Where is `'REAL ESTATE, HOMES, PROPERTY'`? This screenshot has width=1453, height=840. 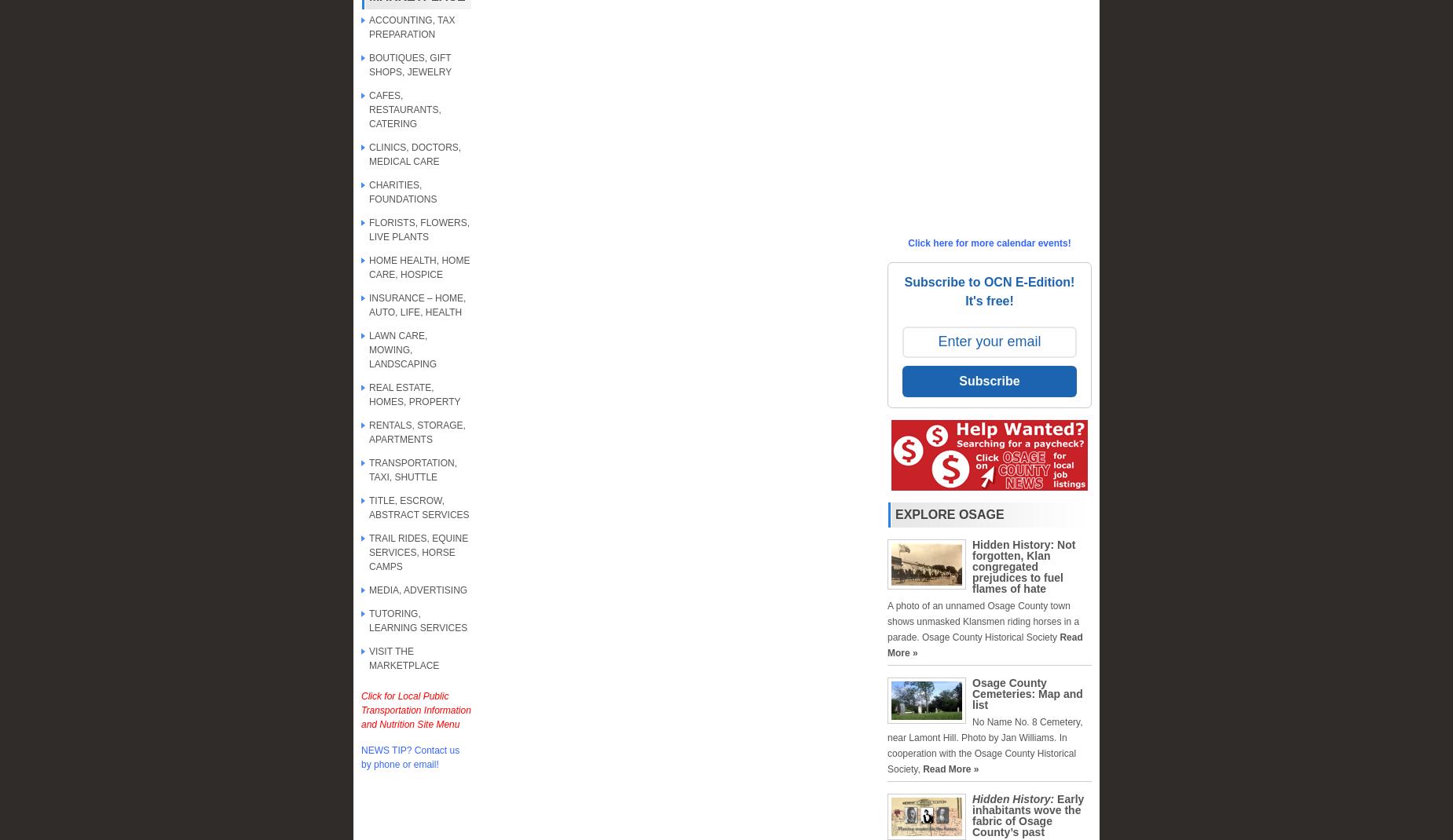
'REAL ESTATE, HOMES, PROPERTY' is located at coordinates (369, 395).